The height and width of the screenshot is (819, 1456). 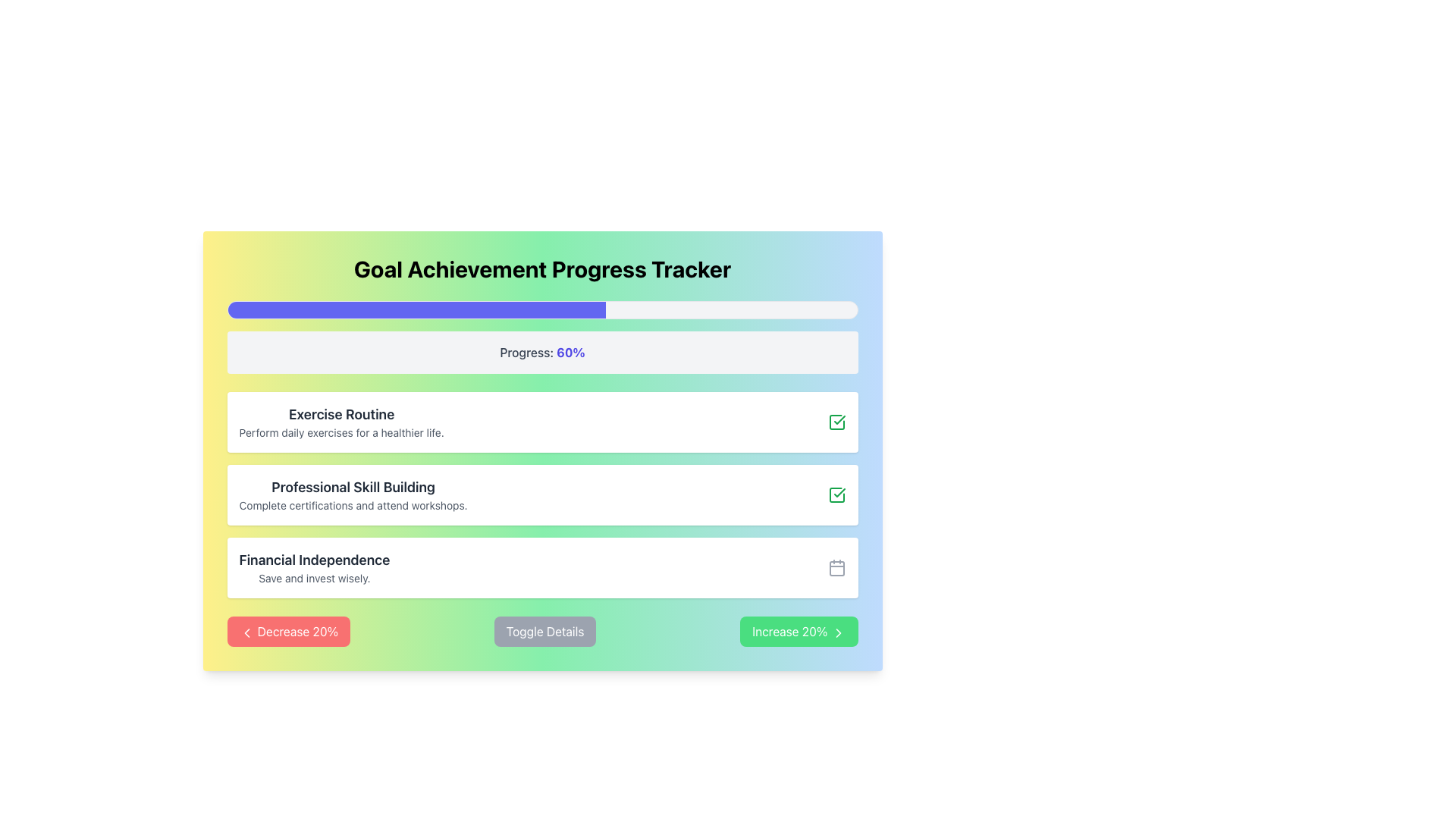 What do you see at coordinates (836, 568) in the screenshot?
I see `the calendar icon within the 'Financial Independence' task row` at bounding box center [836, 568].